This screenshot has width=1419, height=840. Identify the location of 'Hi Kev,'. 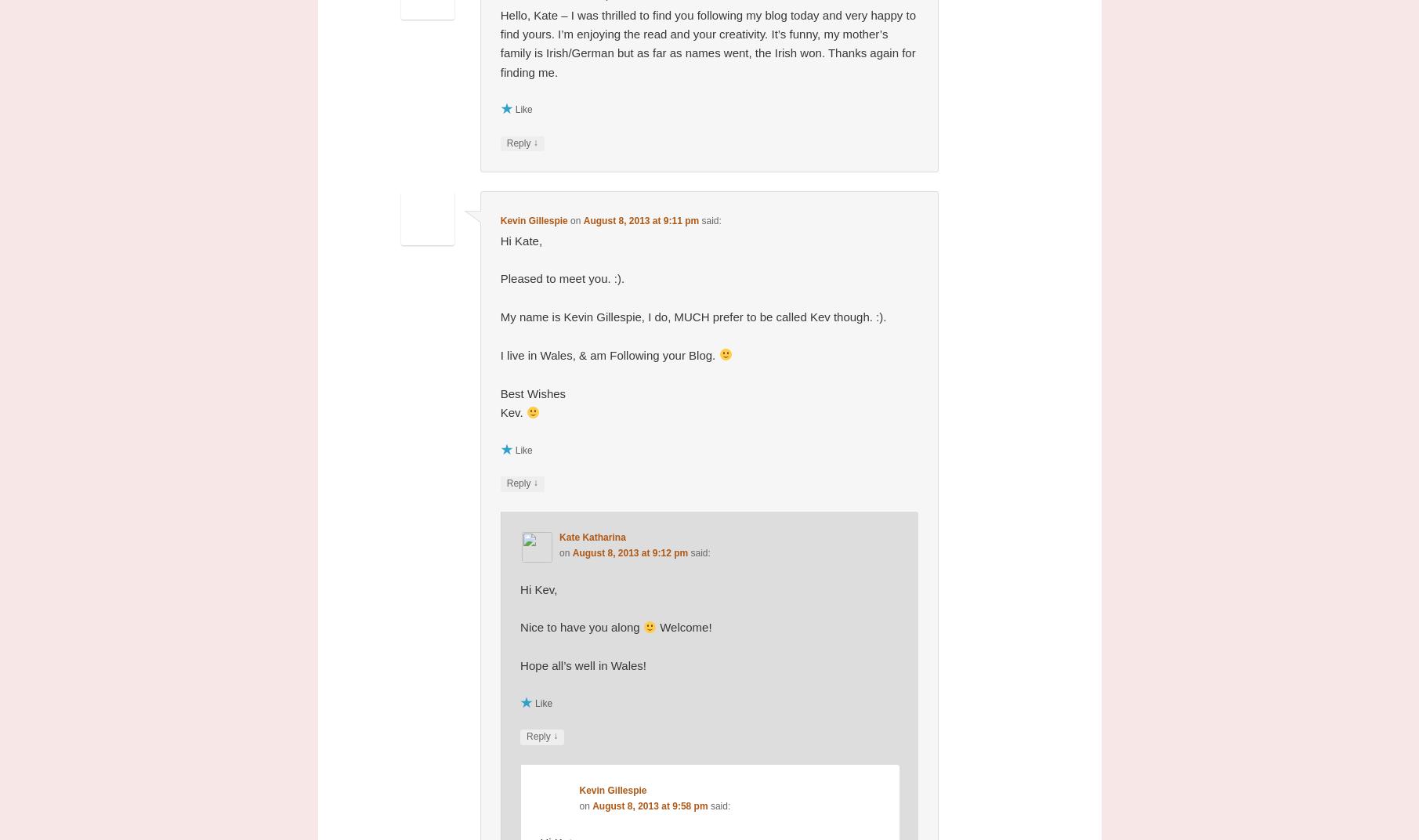
(538, 588).